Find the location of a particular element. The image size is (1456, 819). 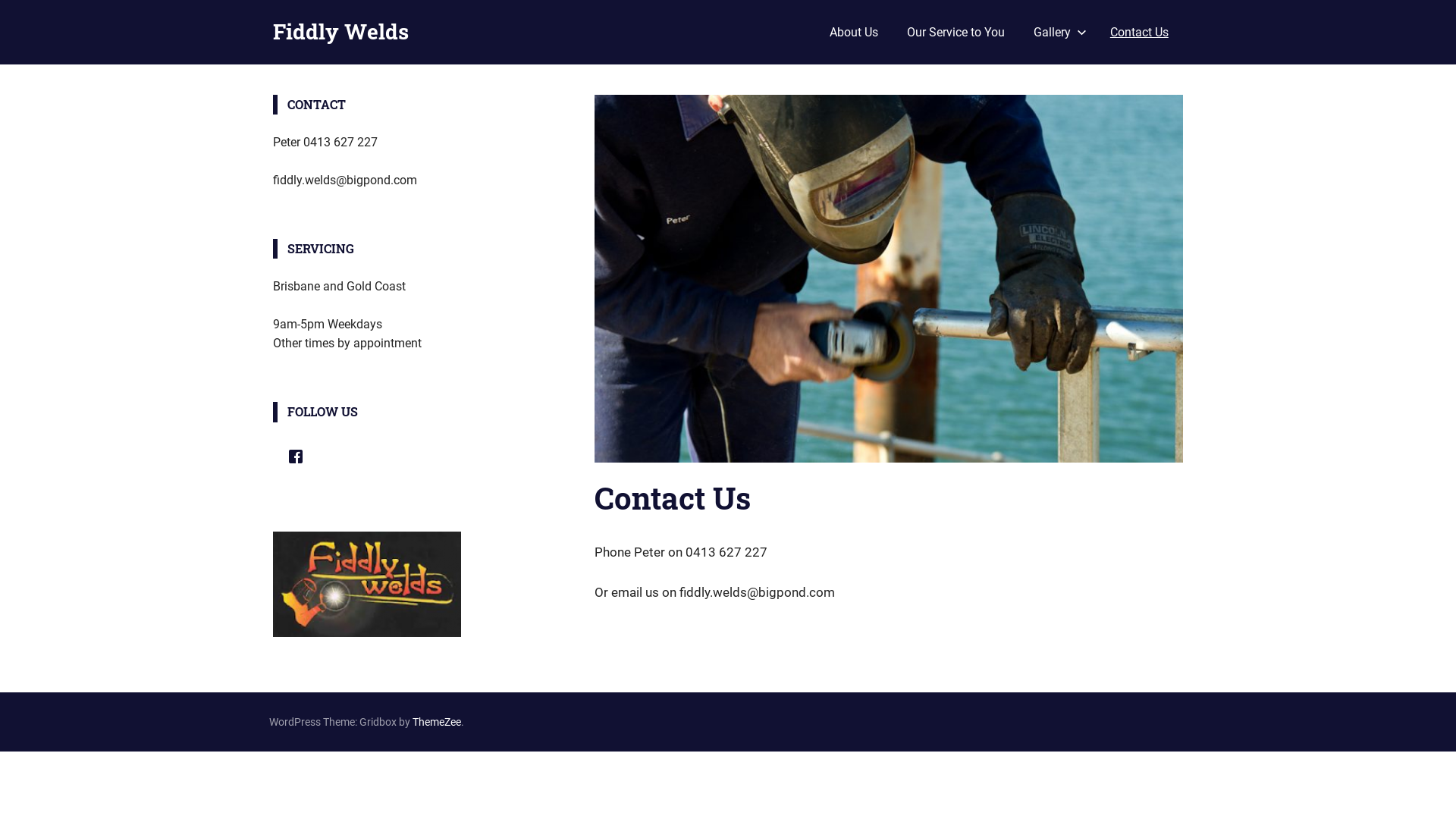

'About Us' is located at coordinates (852, 32).